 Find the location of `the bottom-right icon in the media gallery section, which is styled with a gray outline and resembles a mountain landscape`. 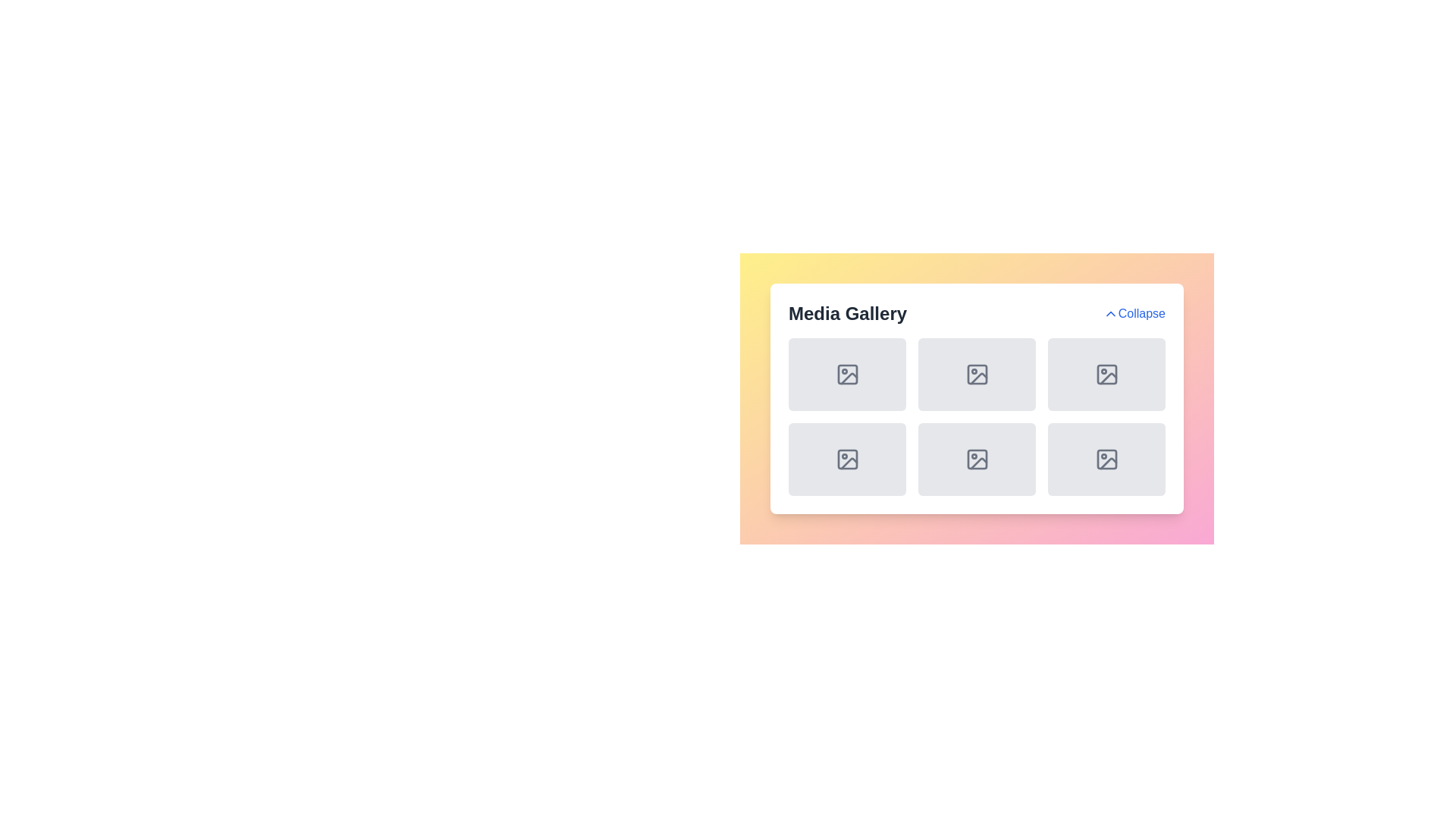

the bottom-right icon in the media gallery section, which is styled with a gray outline and resembles a mountain landscape is located at coordinates (1106, 458).